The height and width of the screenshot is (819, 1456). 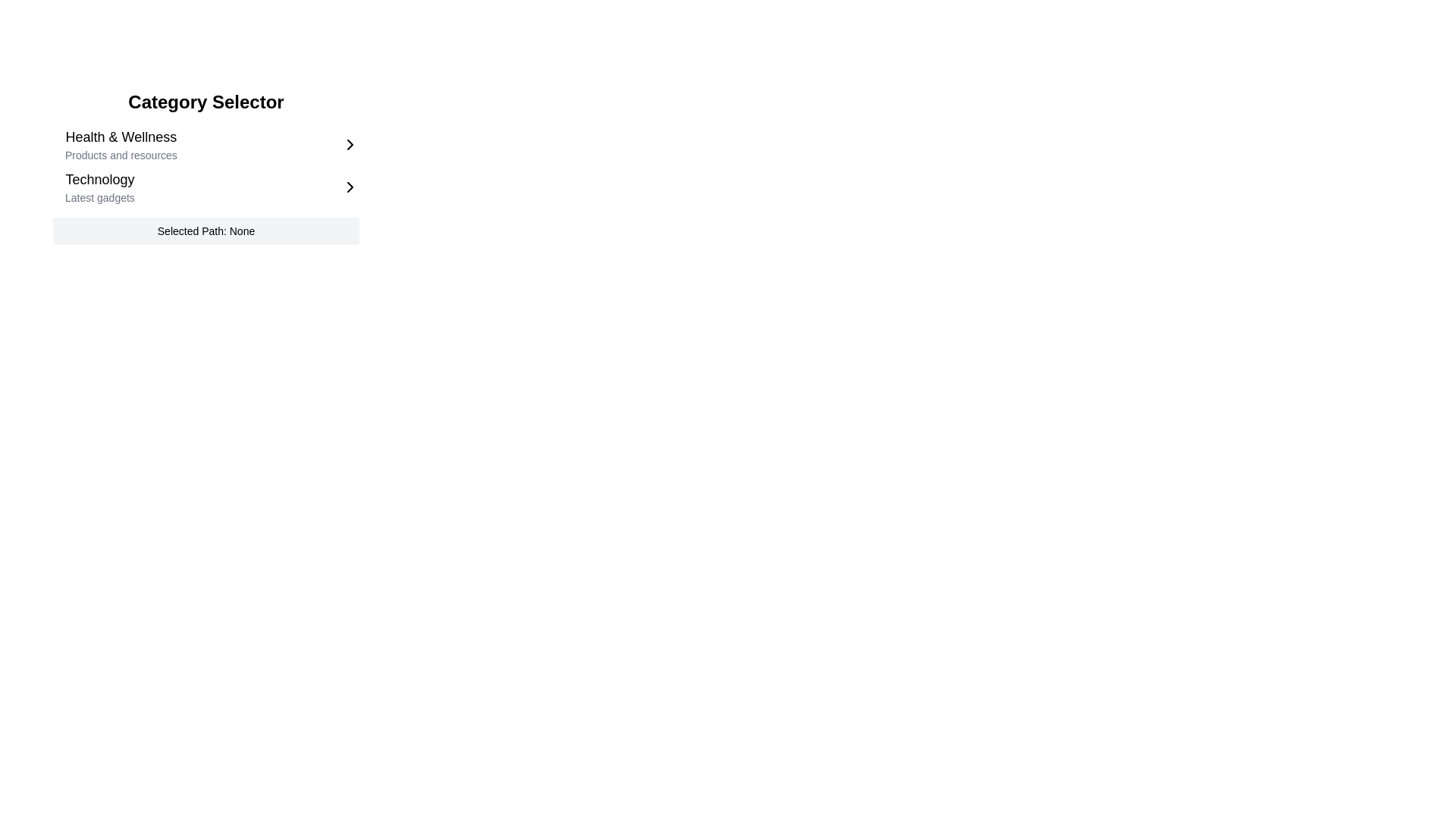 I want to click on the second selectable list item under the 'Health & Wellness' section, so click(x=206, y=186).